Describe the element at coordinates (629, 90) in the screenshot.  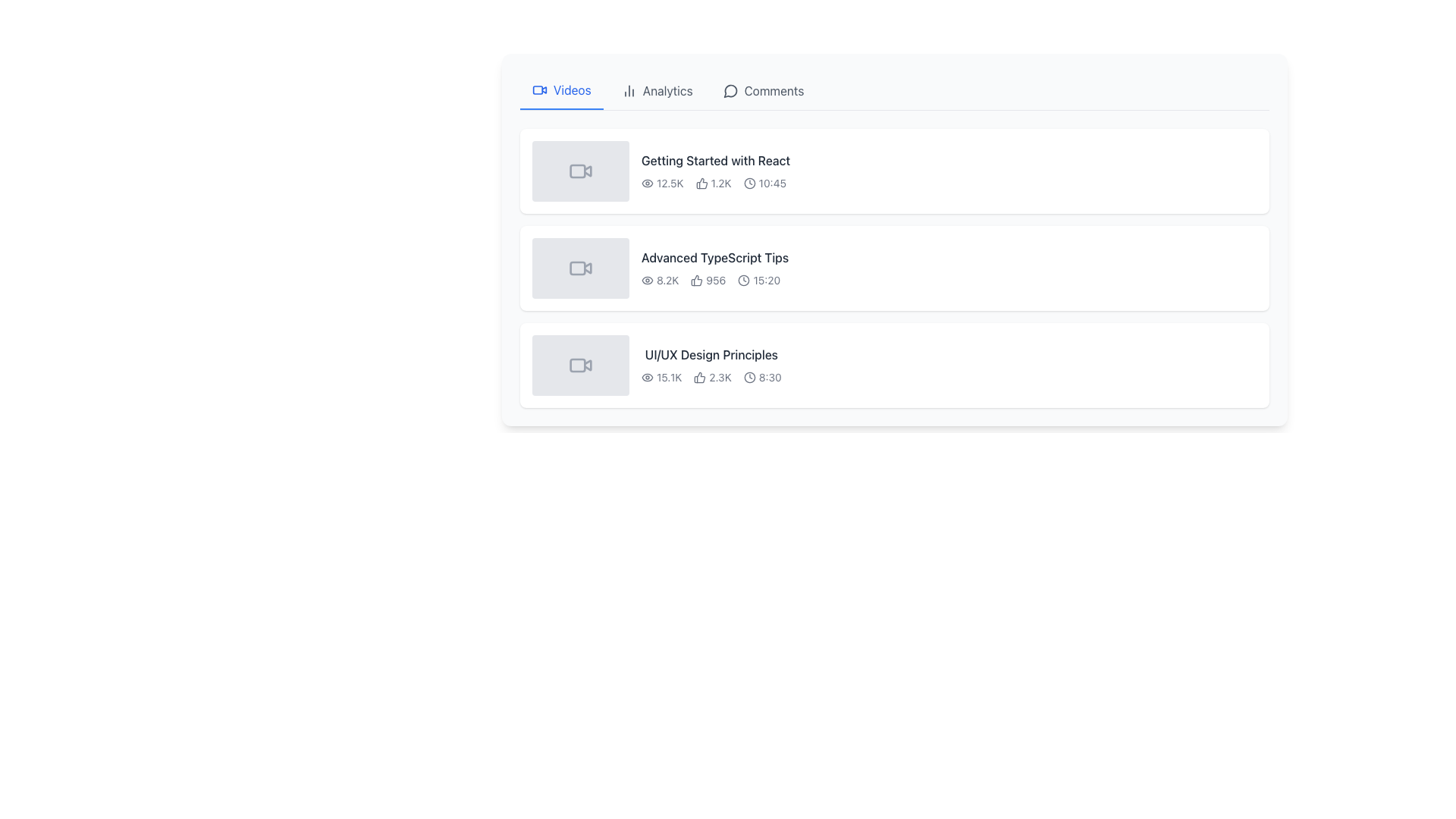
I see `the analytics icon located to the left of the 'Analytics' text label` at that location.